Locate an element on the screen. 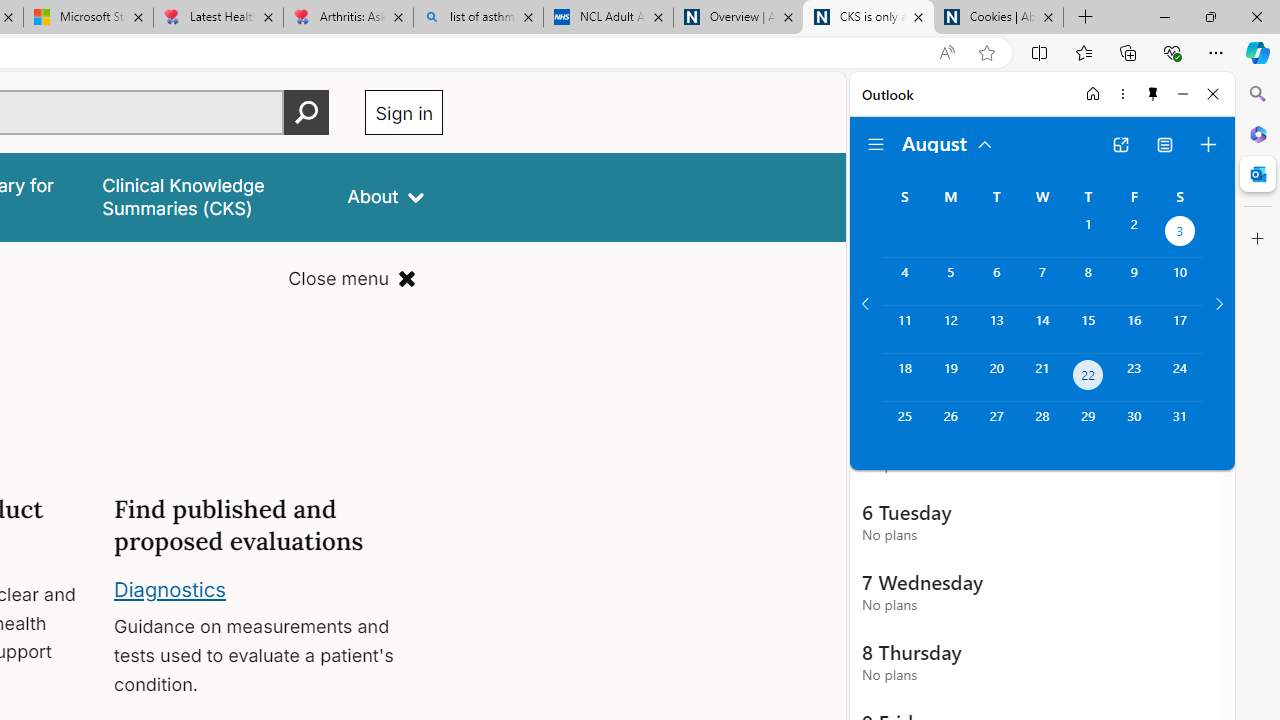 Image resolution: width=1280 pixels, height=720 pixels. 'Sign in' is located at coordinates (403, 112).